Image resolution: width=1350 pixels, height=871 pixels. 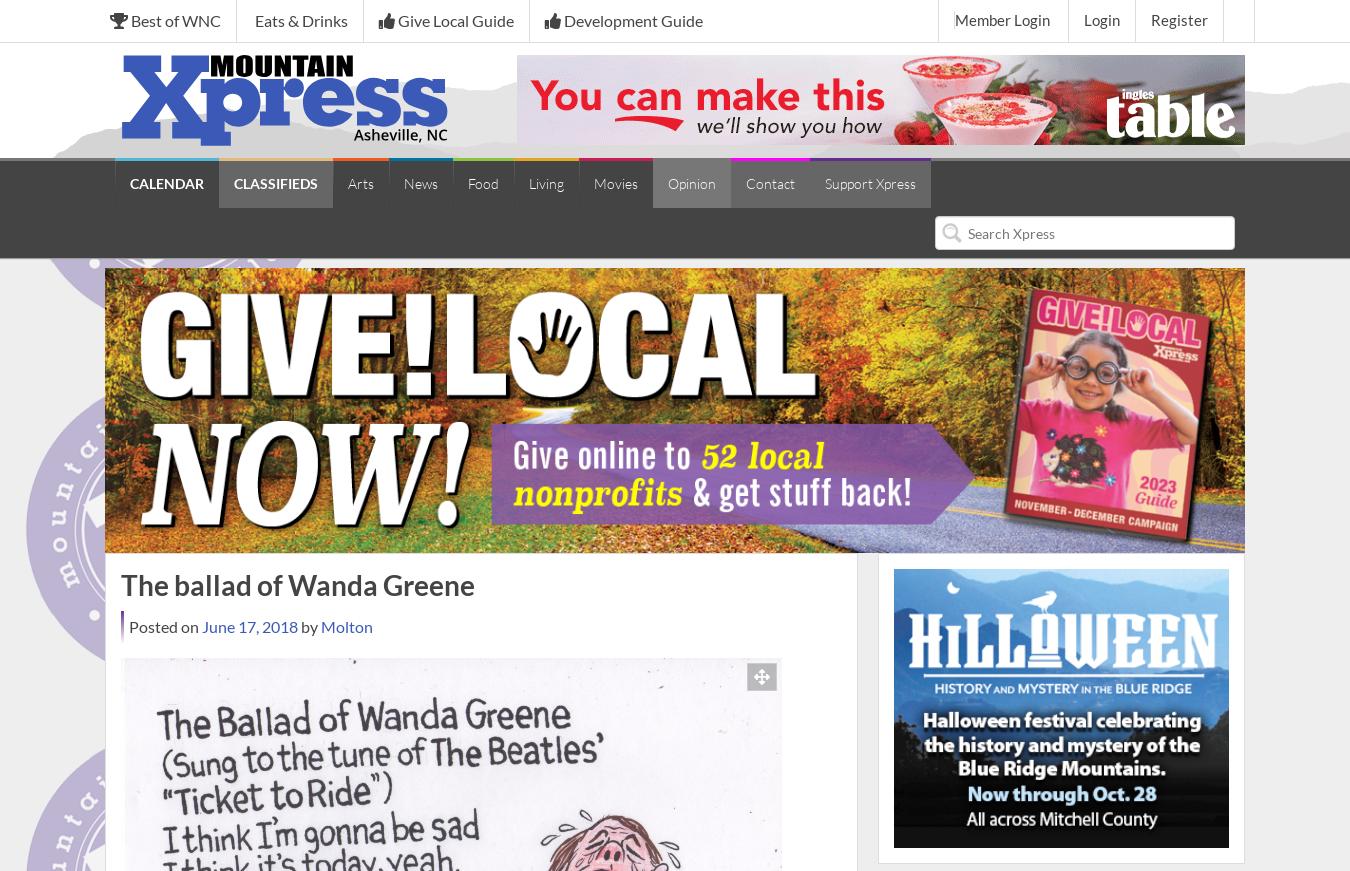 I want to click on 'CALENDAR', so click(x=166, y=183).